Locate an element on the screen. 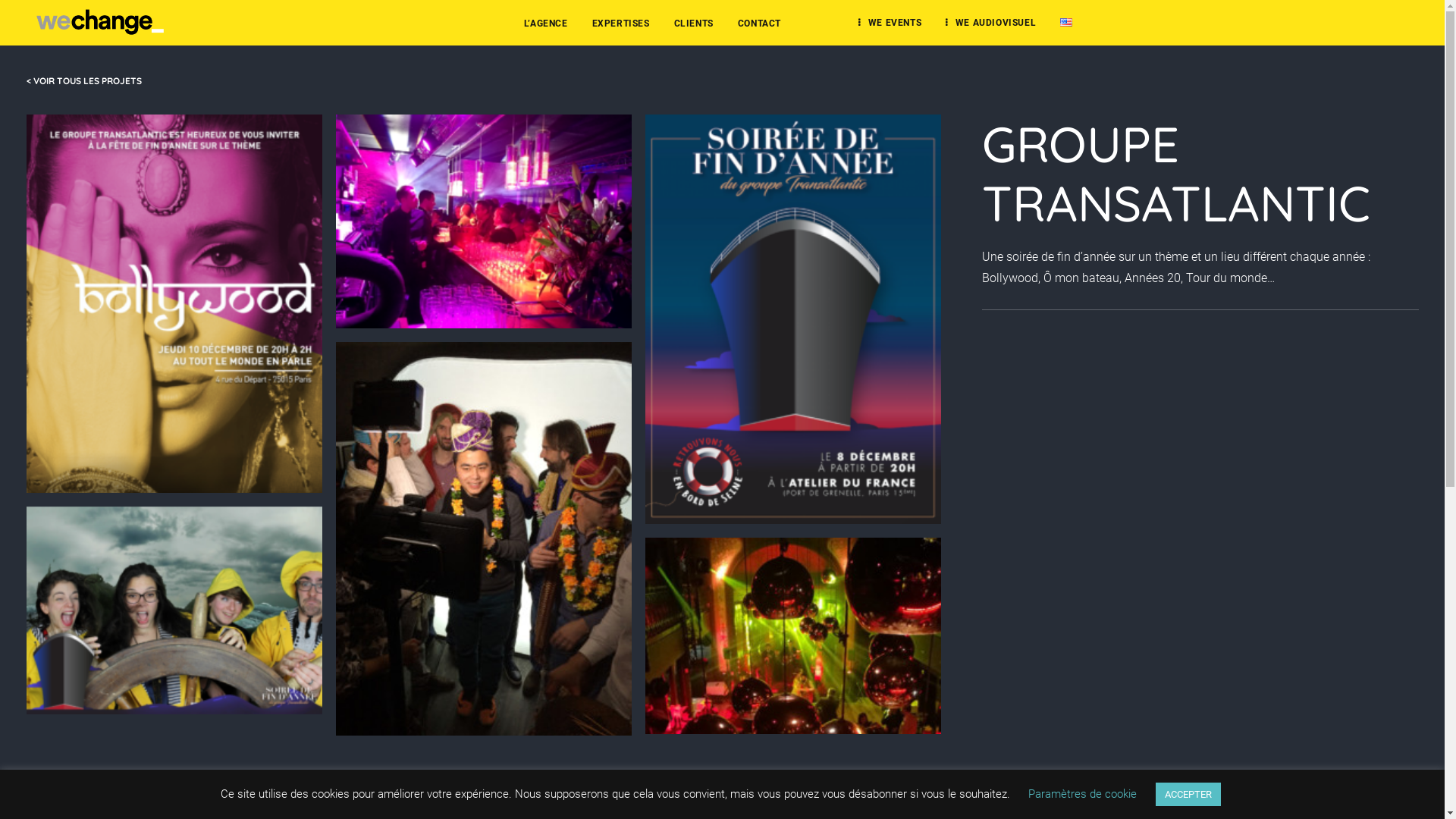 This screenshot has width=1456, height=819. 'EXPERTISES' is located at coordinates (621, 23).